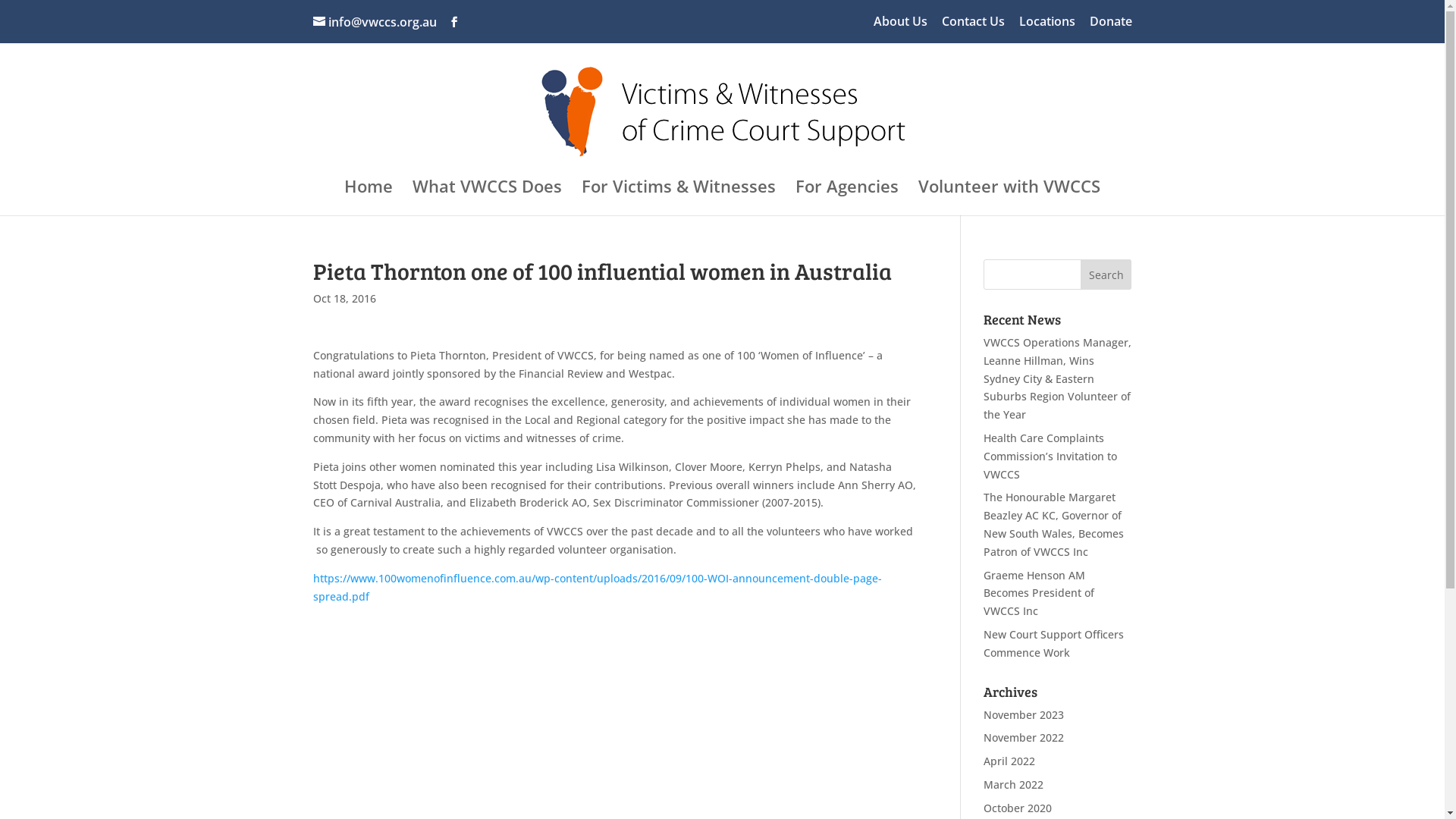 This screenshot has height=819, width=1456. What do you see at coordinates (1106, 275) in the screenshot?
I see `'Search'` at bounding box center [1106, 275].